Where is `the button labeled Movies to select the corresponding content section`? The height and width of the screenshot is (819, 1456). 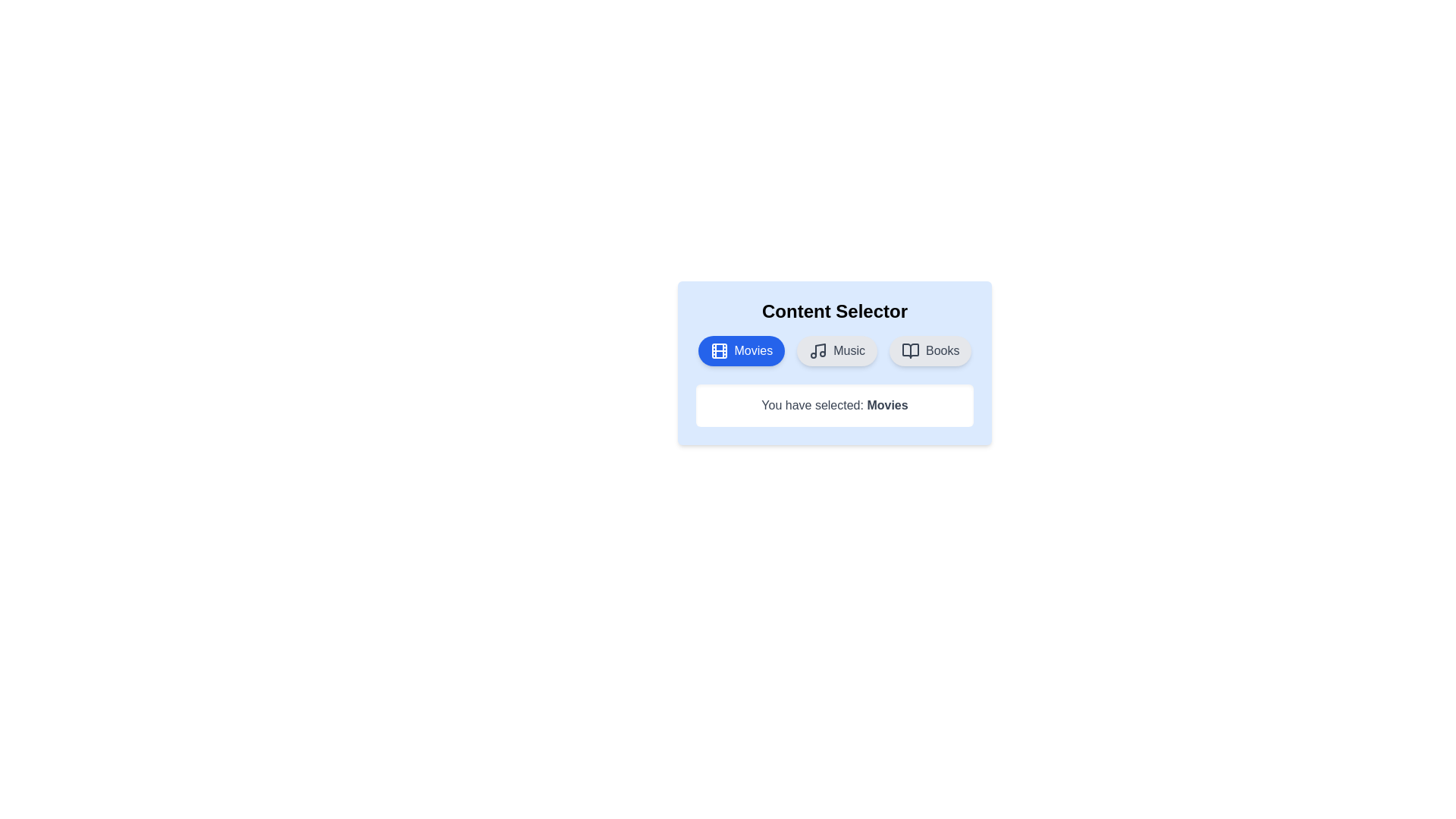
the button labeled Movies to select the corresponding content section is located at coordinates (741, 350).